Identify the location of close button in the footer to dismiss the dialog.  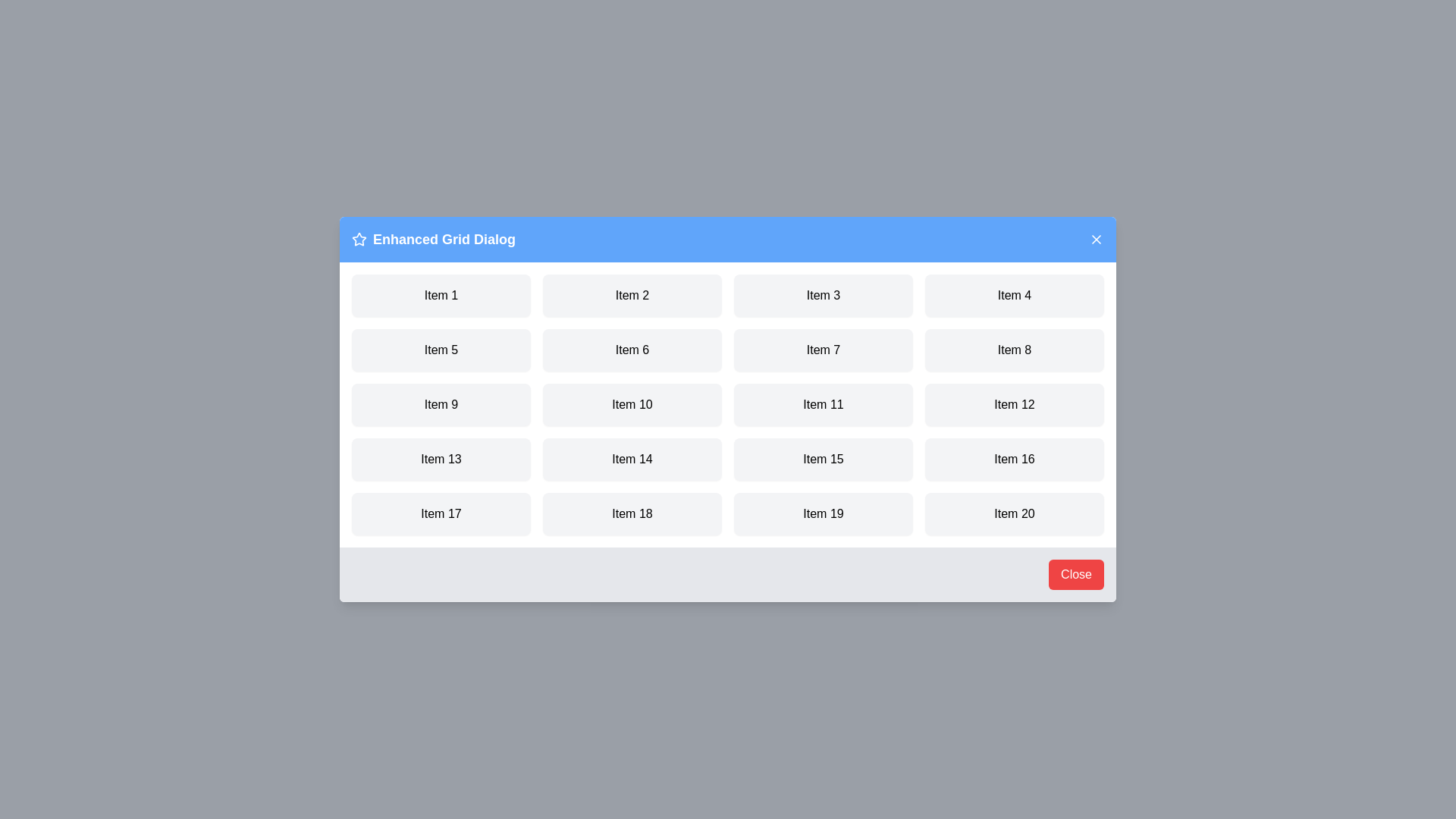
(1075, 575).